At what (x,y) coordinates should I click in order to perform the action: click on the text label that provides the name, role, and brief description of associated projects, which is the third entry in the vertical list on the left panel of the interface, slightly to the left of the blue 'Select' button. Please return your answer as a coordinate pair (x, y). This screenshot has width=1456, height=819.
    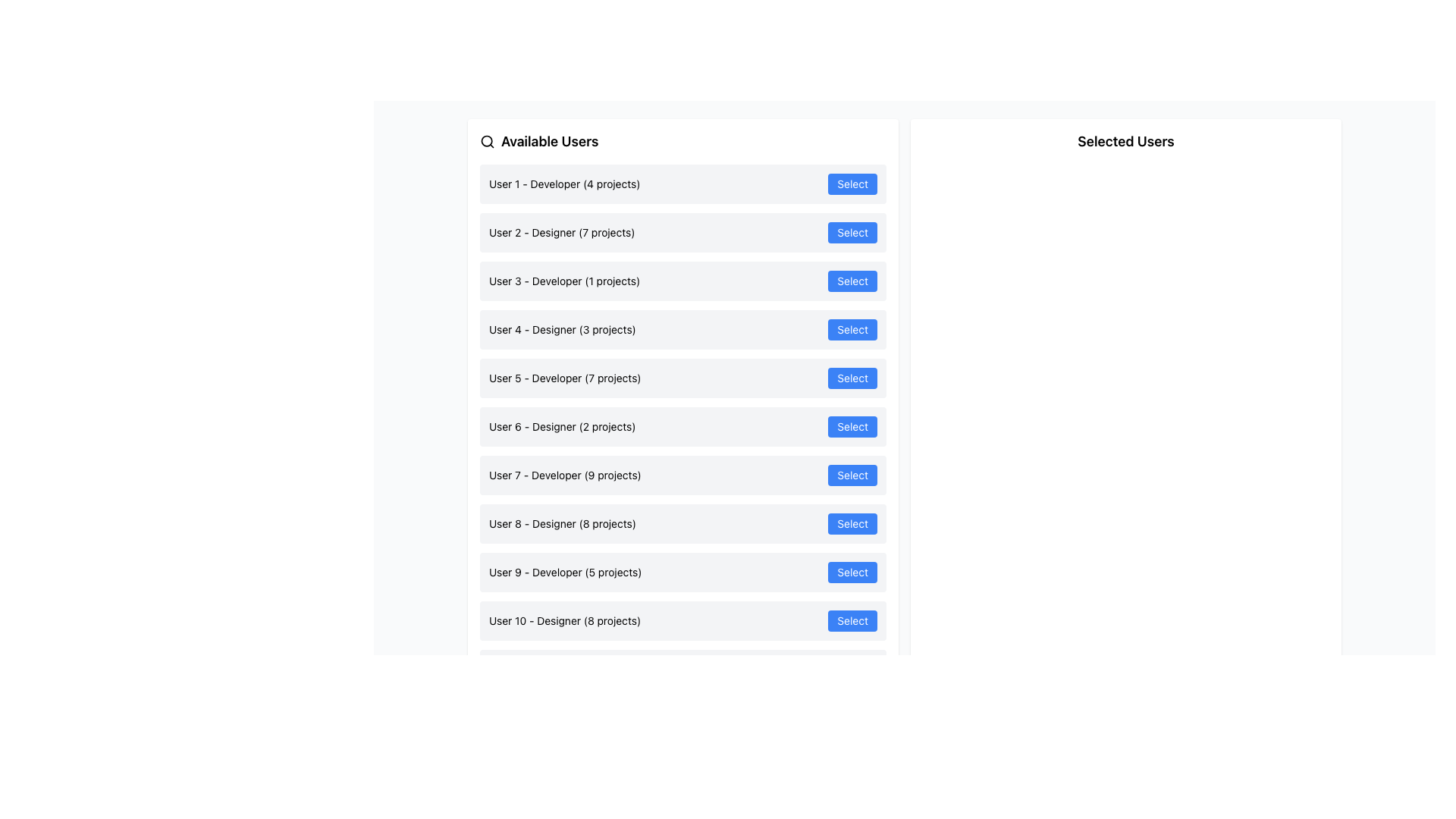
    Looking at the image, I should click on (563, 281).